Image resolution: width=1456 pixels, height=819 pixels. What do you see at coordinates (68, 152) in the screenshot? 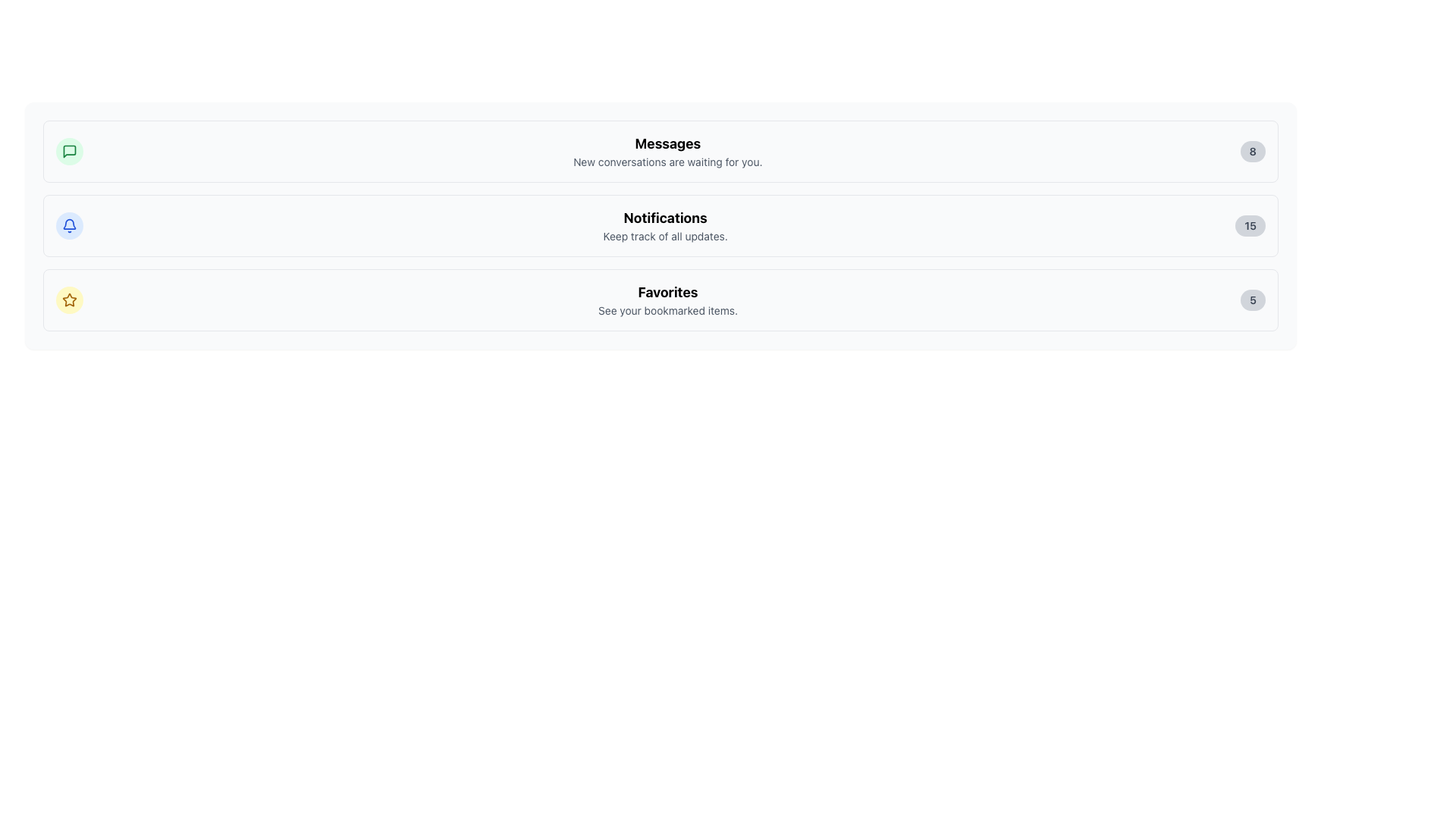
I see `the 'Messages' icon located at the left side of the 'Messages' row in the vertical menu` at bounding box center [68, 152].